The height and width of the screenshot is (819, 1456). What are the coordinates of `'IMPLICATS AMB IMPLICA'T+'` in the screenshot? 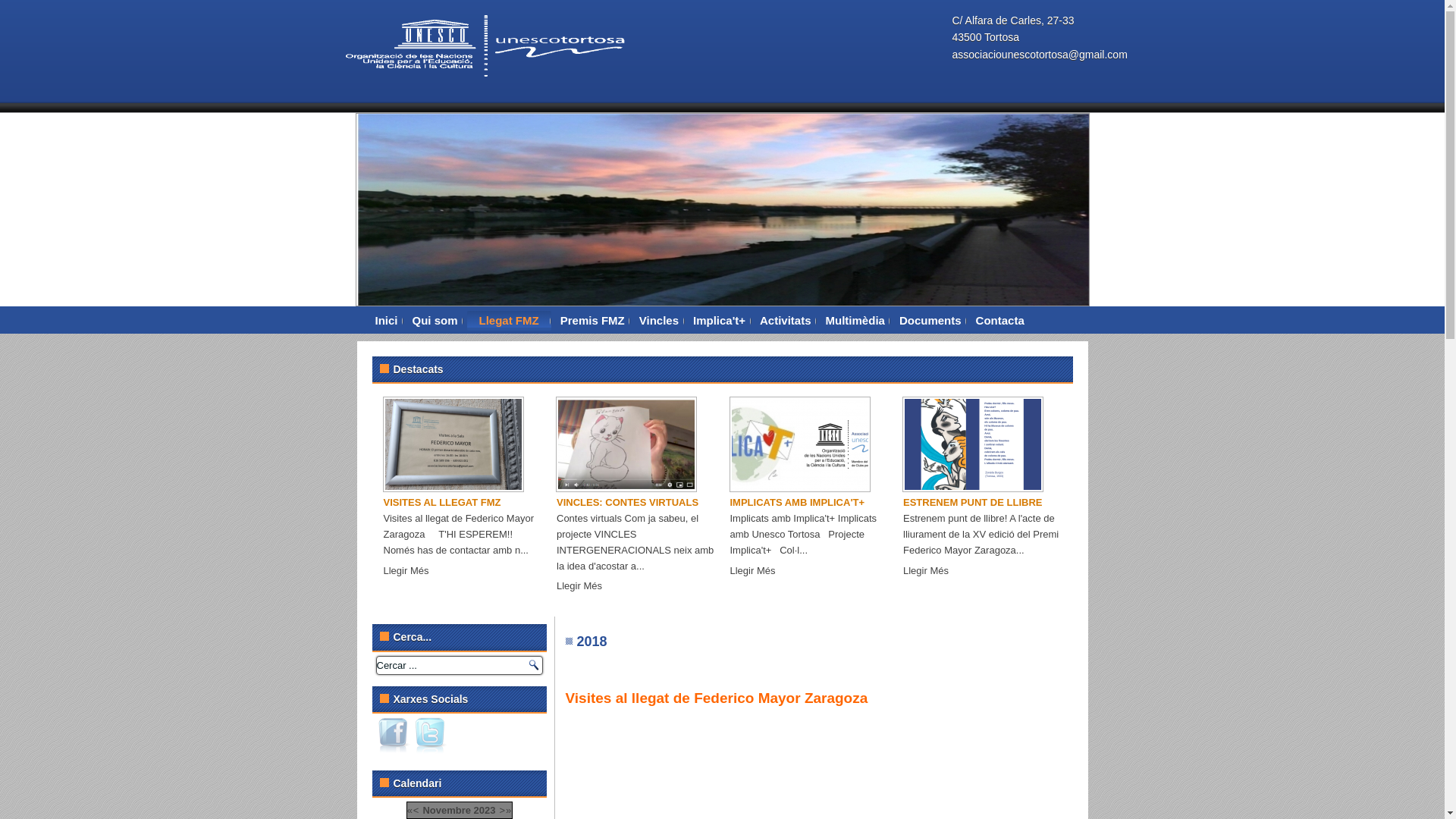 It's located at (729, 503).